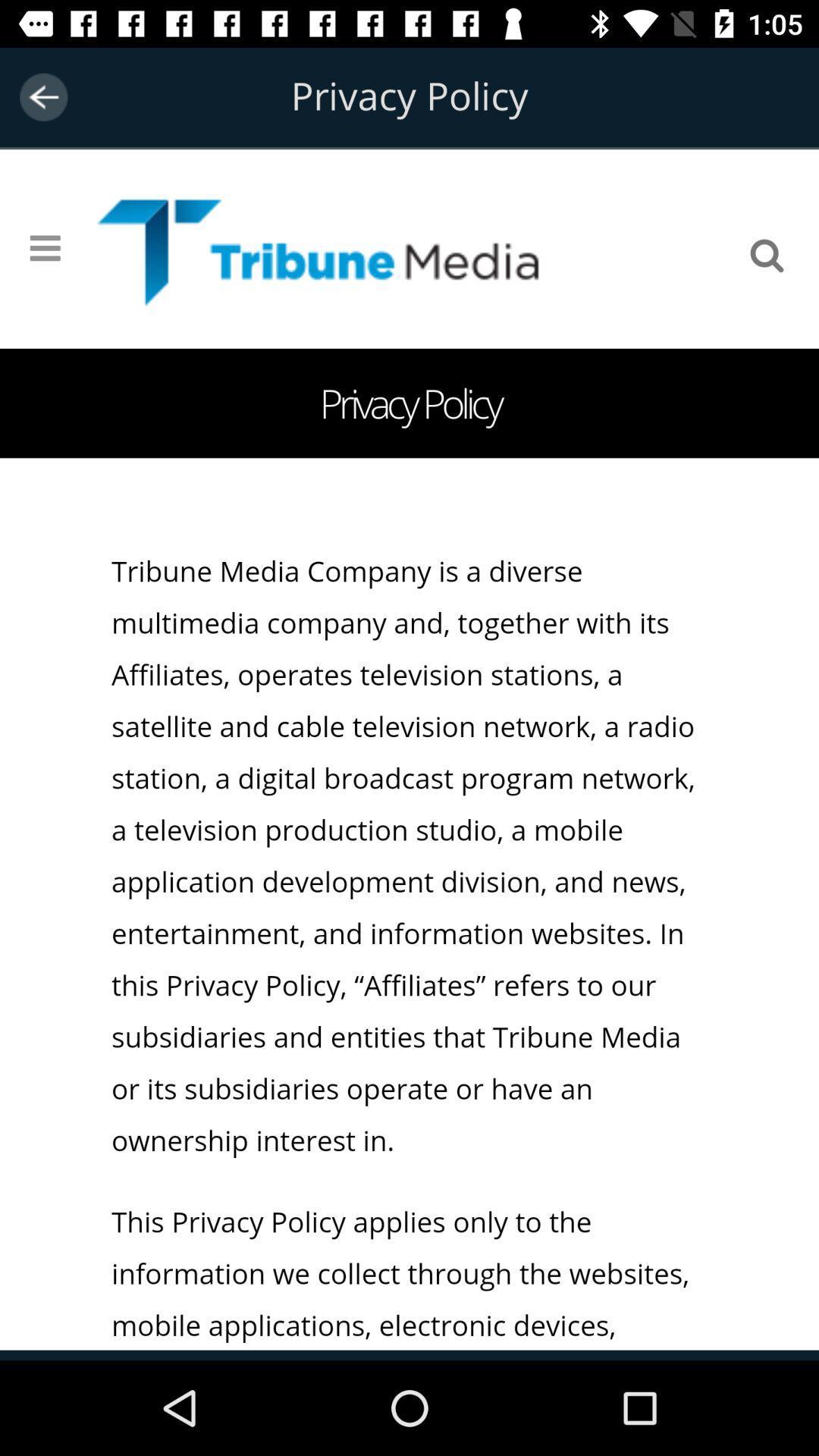  Describe the element at coordinates (42, 96) in the screenshot. I see `the arrow_backward icon` at that location.